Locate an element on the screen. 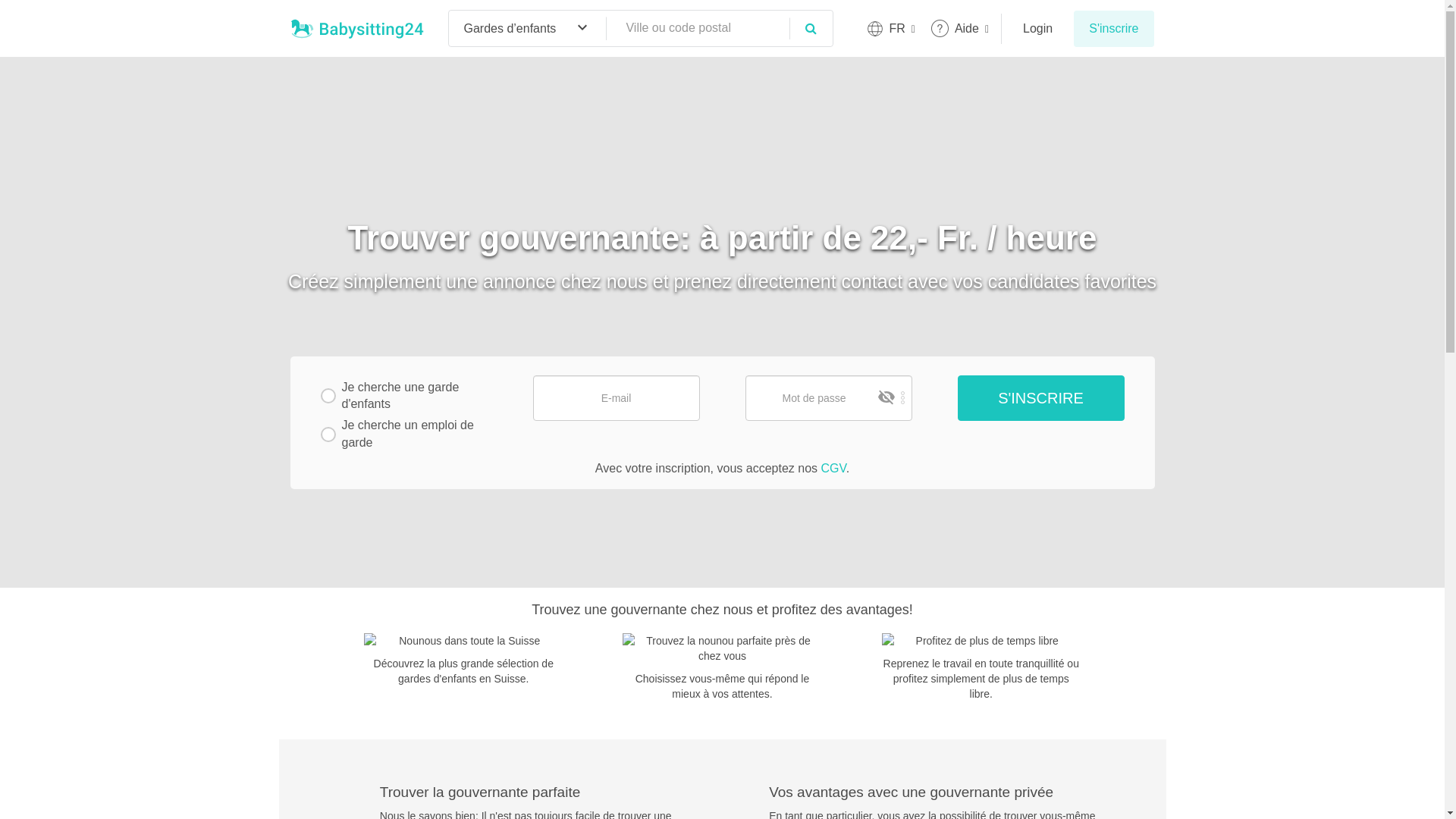 Image resolution: width=1456 pixels, height=819 pixels. 'CGV' is located at coordinates (832, 467).